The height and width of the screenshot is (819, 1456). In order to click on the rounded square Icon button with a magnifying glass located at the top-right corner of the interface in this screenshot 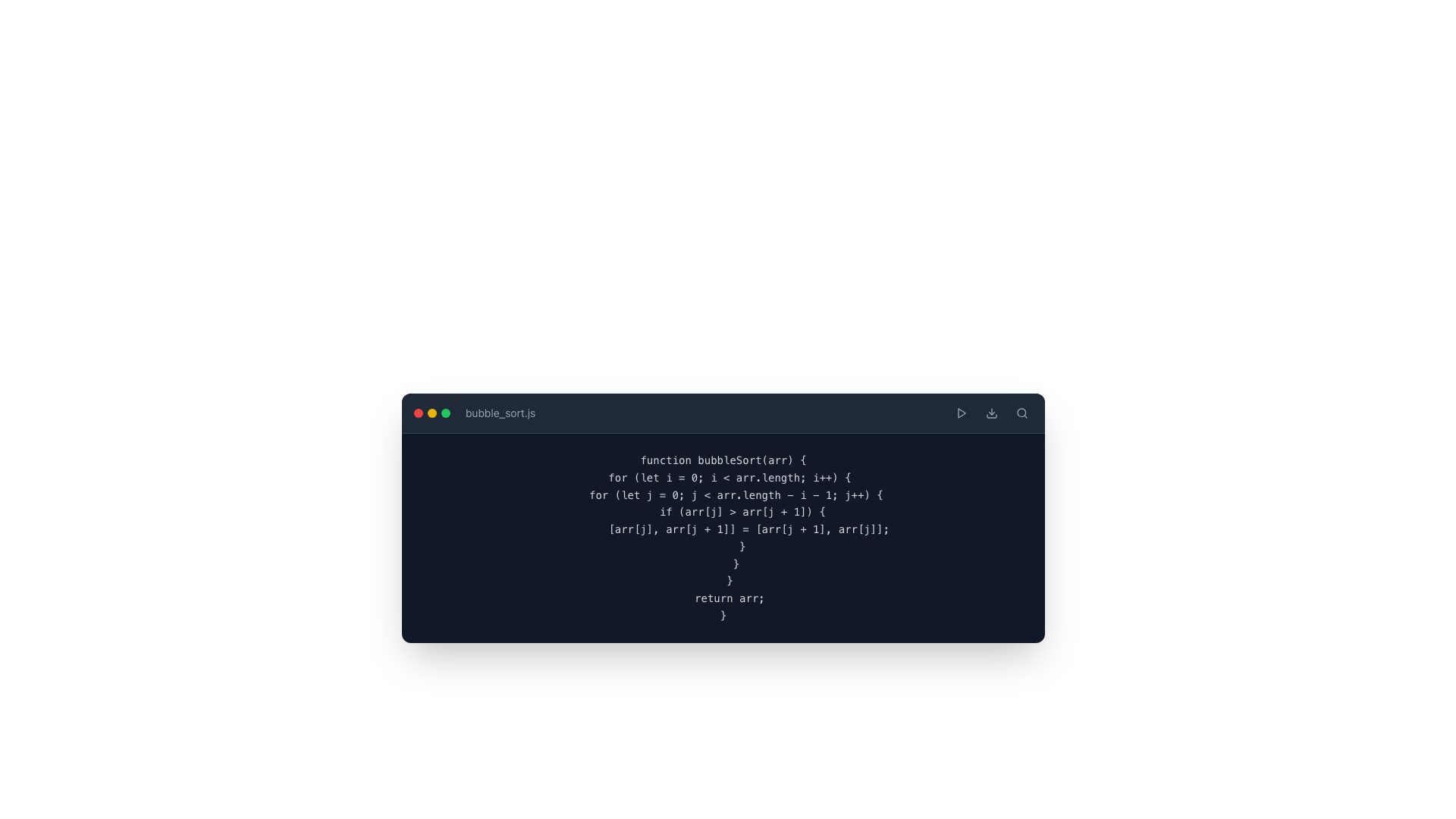, I will do `click(1022, 413)`.